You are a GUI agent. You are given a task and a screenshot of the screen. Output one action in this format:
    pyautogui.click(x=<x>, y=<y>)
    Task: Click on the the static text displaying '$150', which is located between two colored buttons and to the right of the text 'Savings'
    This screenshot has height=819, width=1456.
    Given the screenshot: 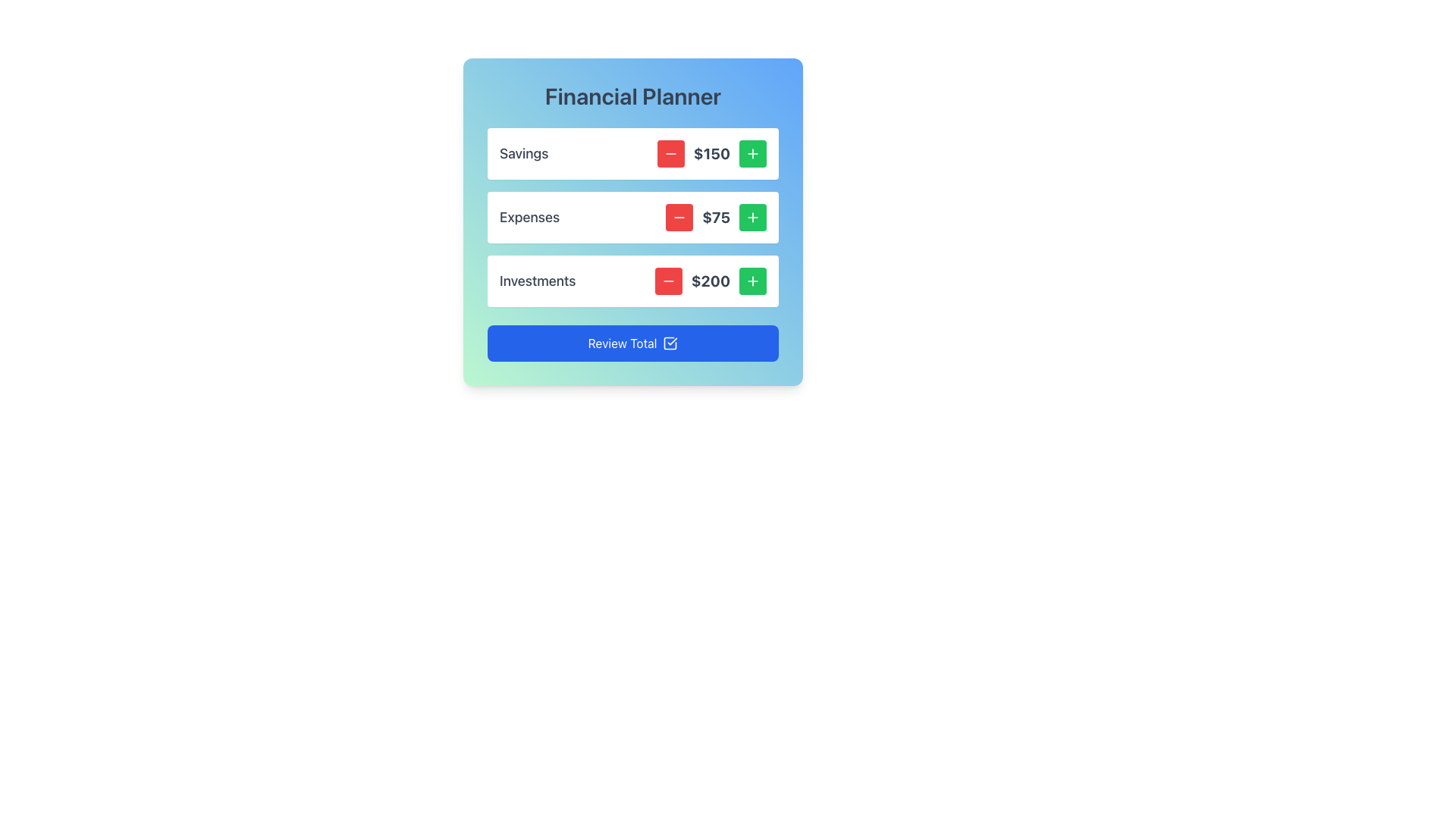 What is the action you would take?
    pyautogui.click(x=711, y=154)
    